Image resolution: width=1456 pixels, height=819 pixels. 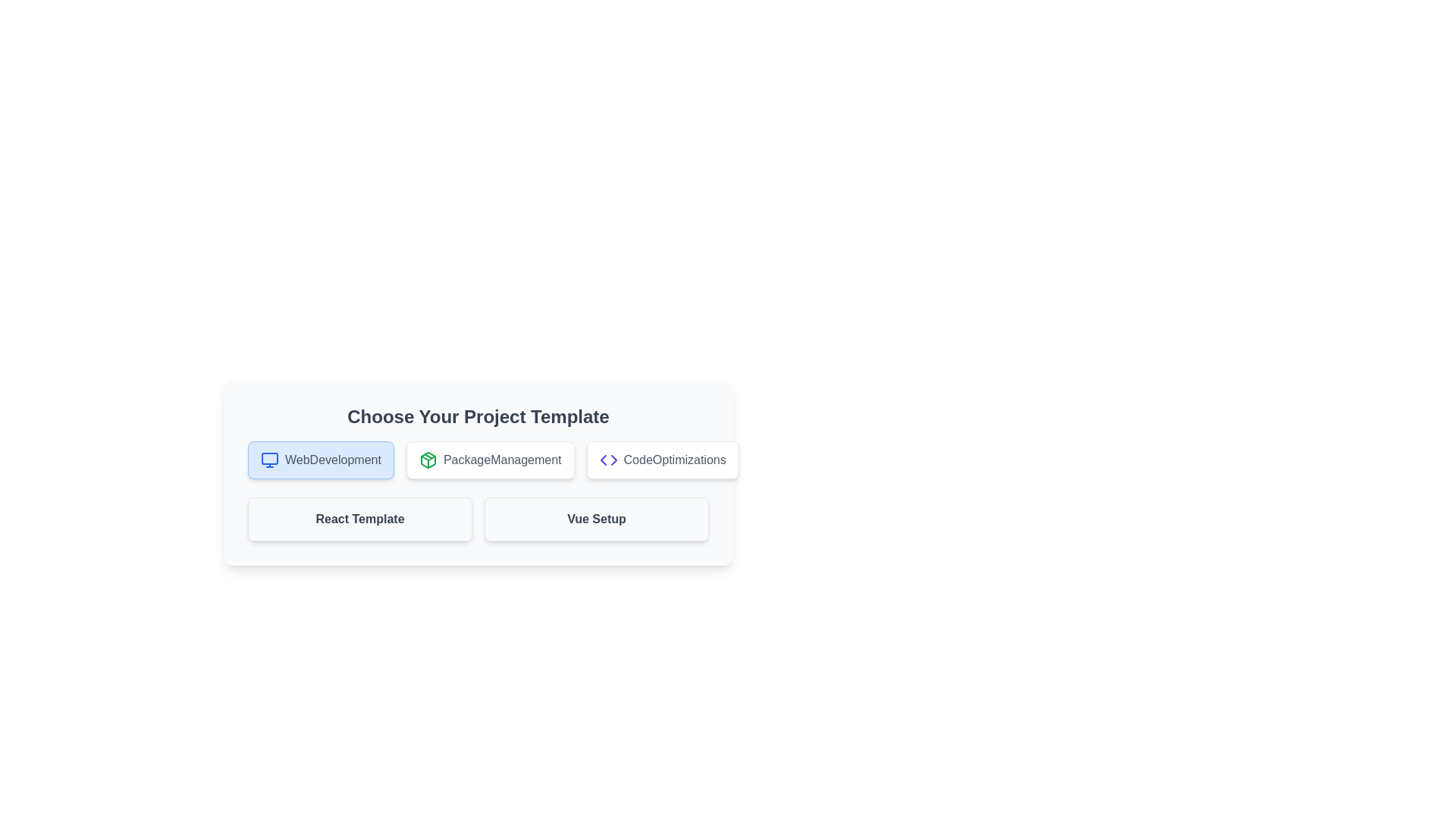 I want to click on the 'PackageManagement' button, which has a white background and contains a green 3D package icon, so click(x=477, y=459).